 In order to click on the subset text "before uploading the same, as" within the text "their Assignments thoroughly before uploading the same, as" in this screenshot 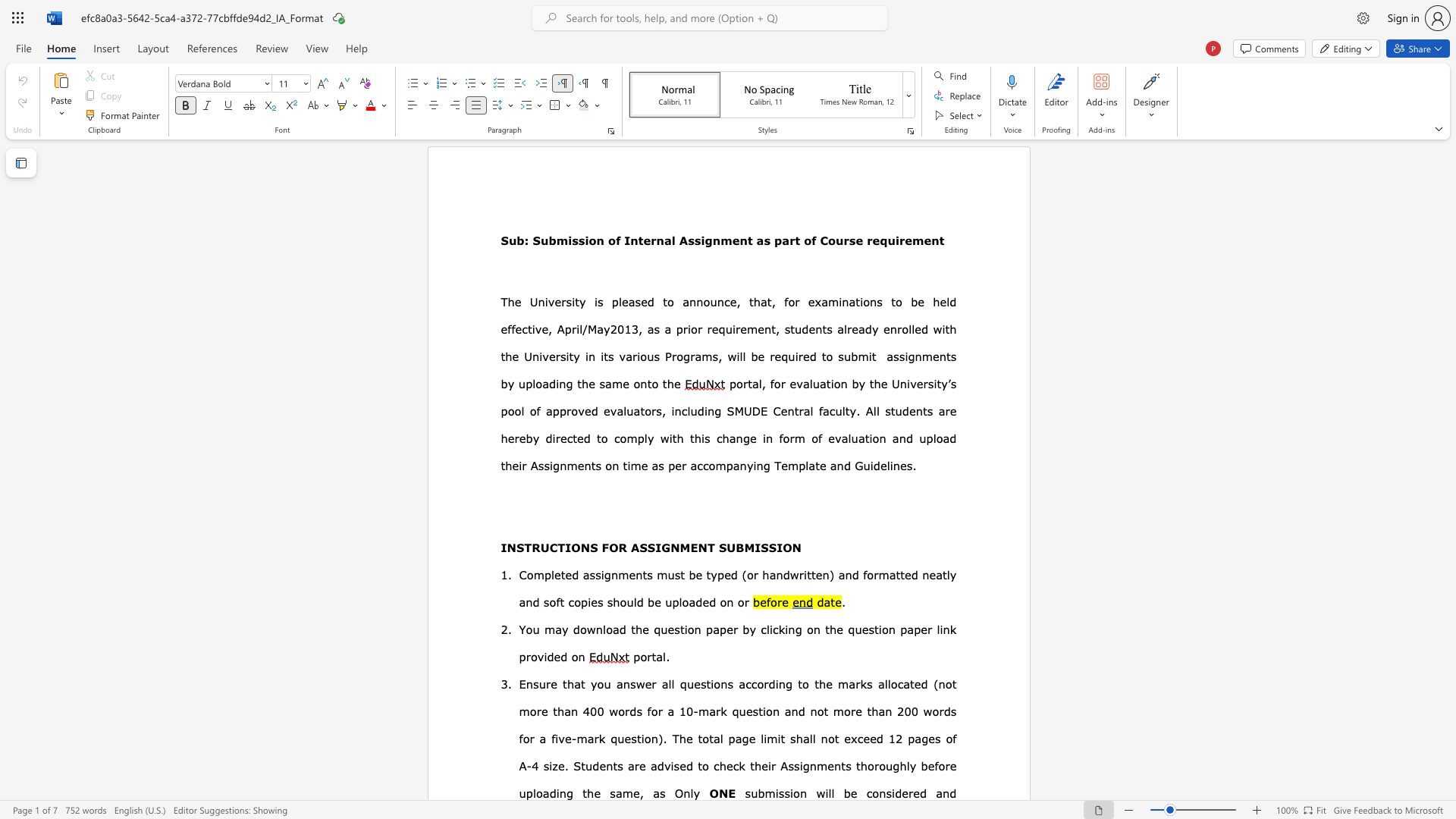, I will do `click(920, 766)`.